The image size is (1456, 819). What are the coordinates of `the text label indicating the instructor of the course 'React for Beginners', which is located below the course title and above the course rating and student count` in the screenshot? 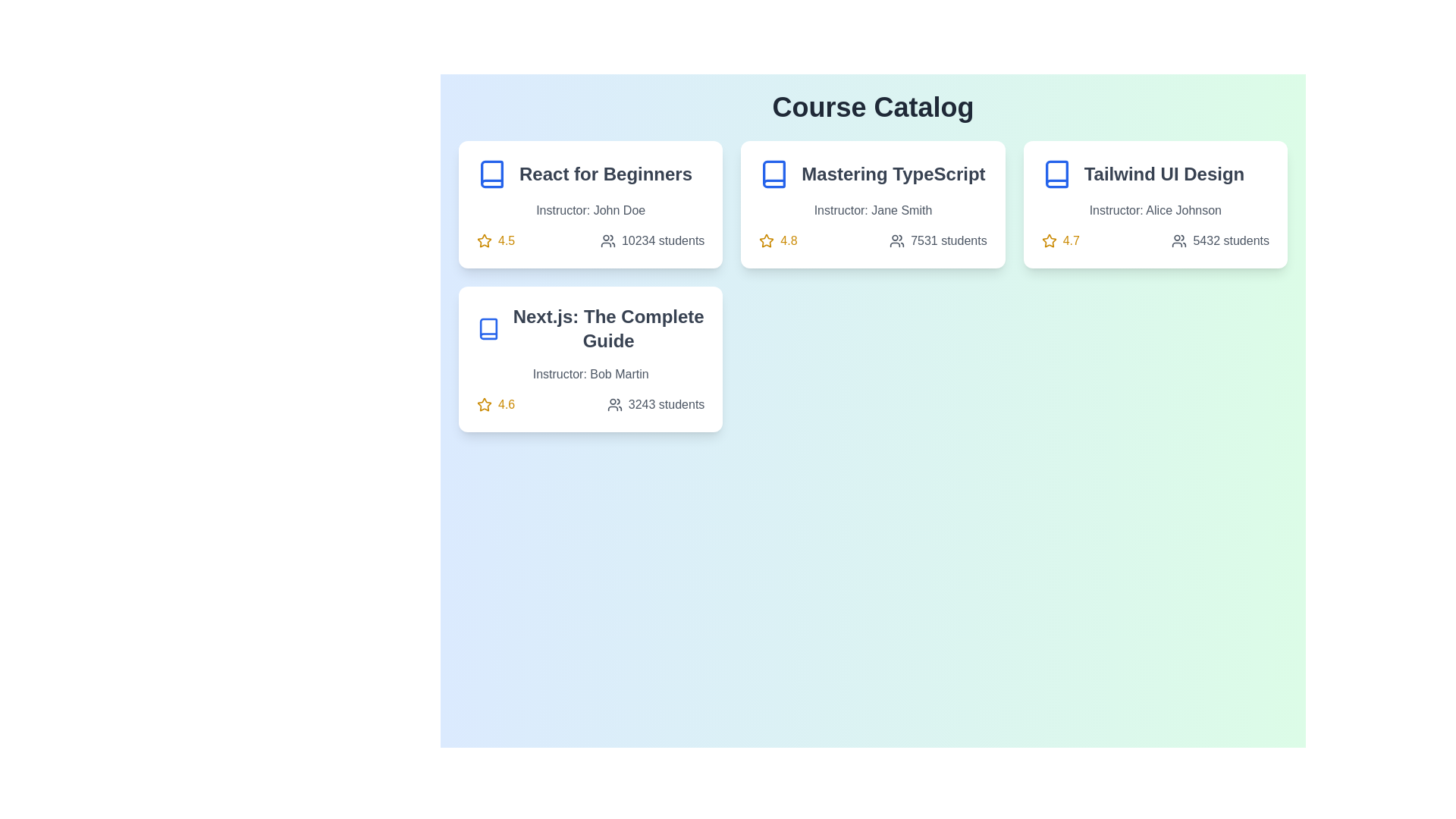 It's located at (590, 210).